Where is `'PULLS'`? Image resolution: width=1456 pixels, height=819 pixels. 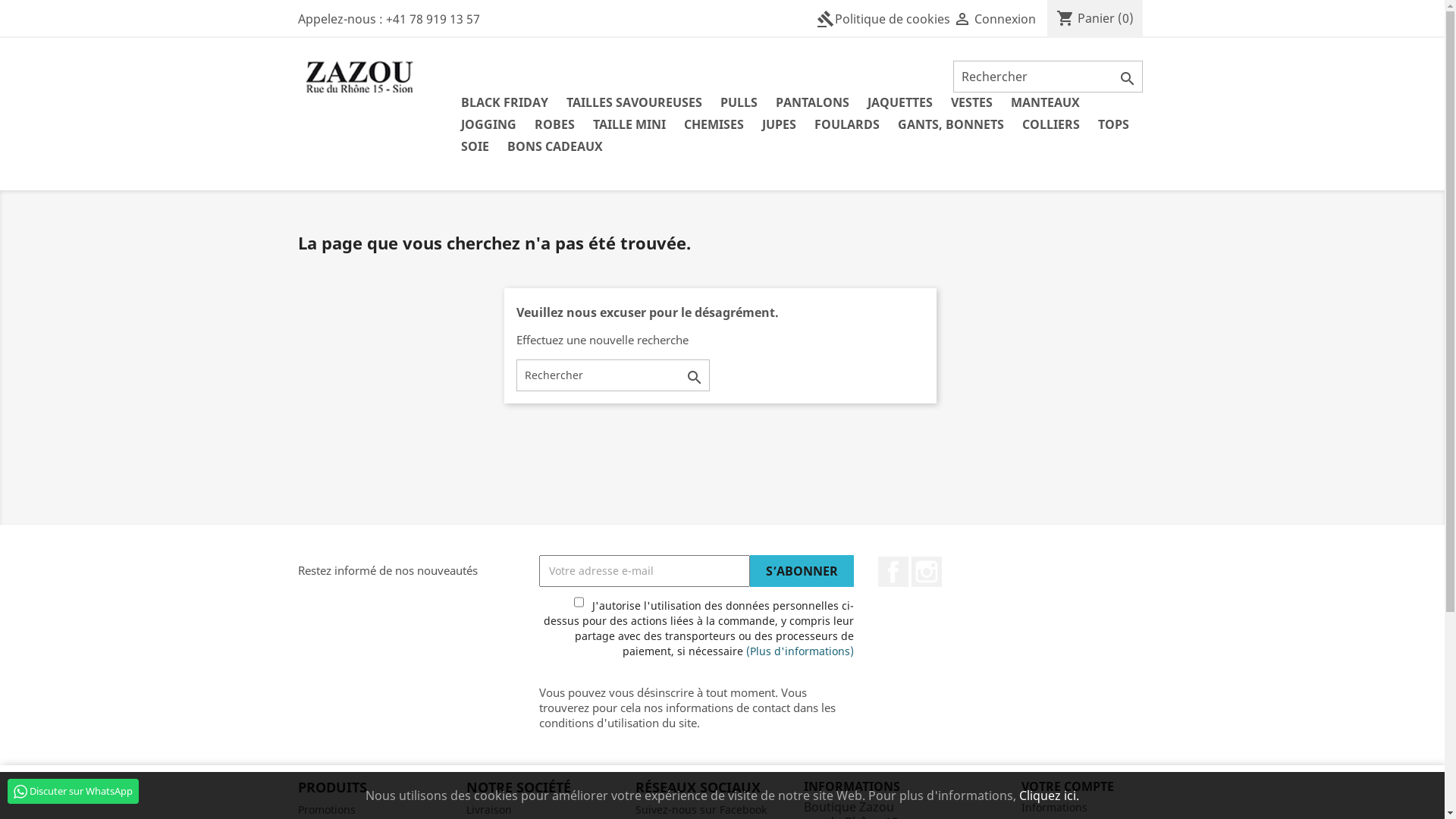 'PULLS' is located at coordinates (712, 102).